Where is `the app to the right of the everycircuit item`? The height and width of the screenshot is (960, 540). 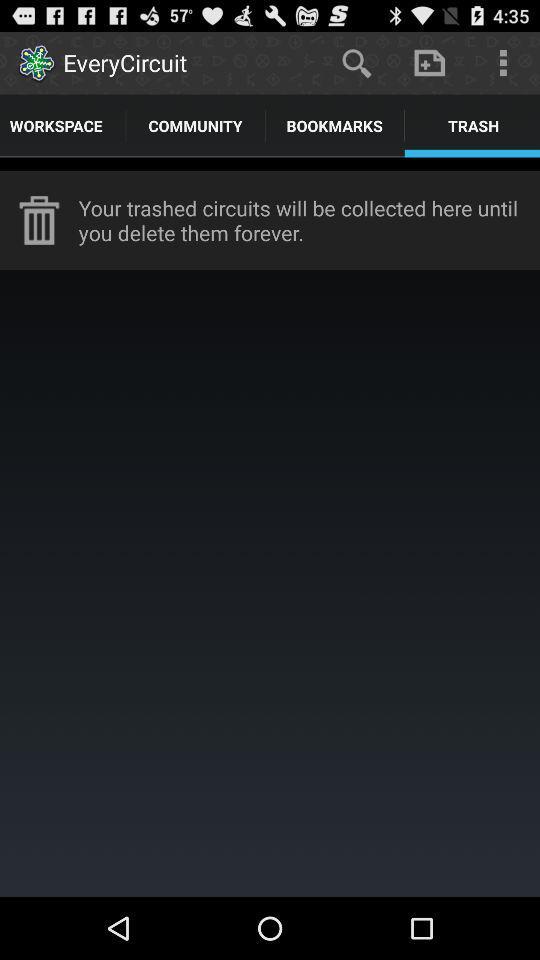 the app to the right of the everycircuit item is located at coordinates (355, 62).